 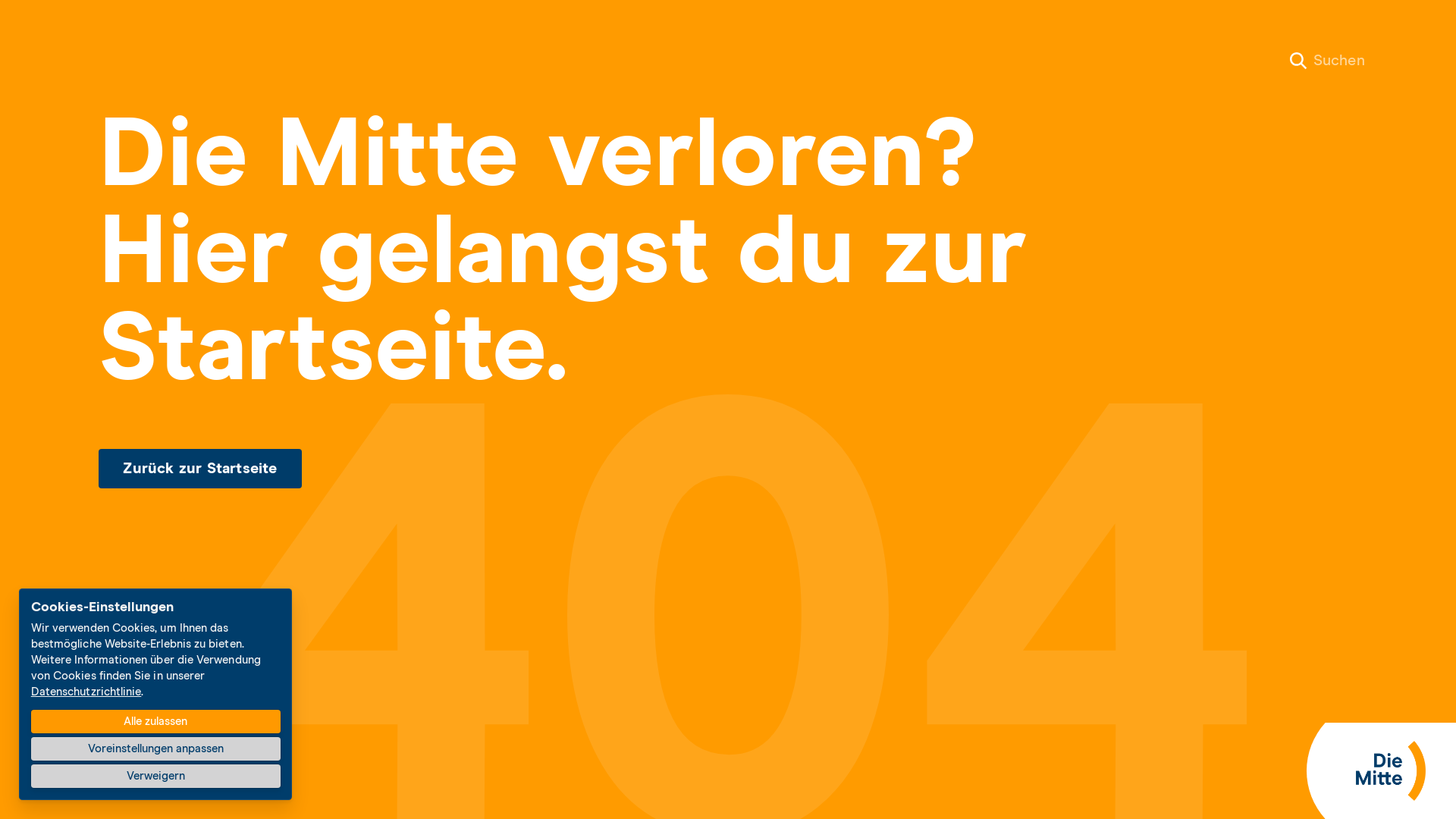 I want to click on 'Datenschutzrichtlinie', so click(x=86, y=692).